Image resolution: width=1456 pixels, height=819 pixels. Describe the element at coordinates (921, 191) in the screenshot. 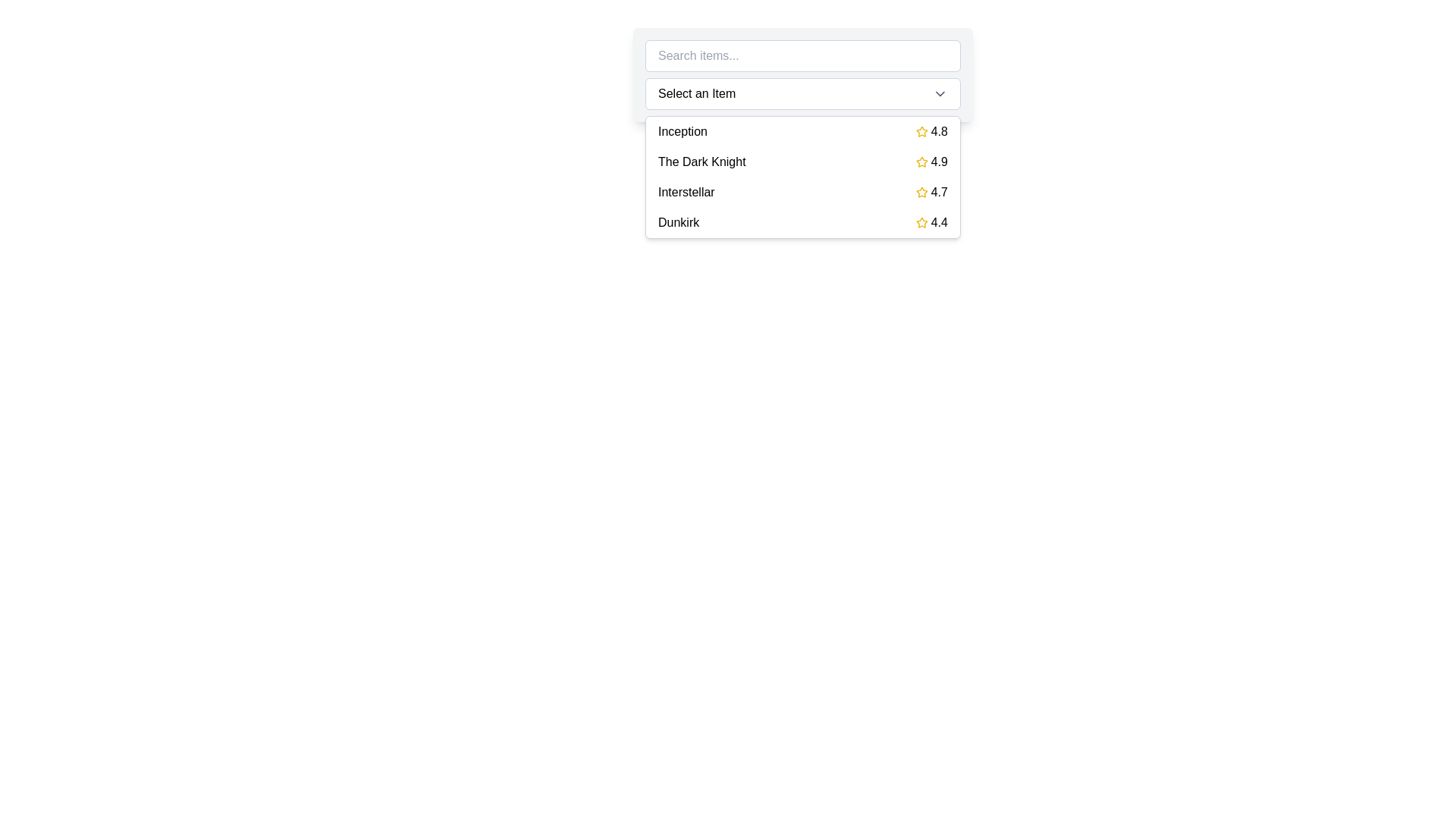

I see `the rating icon located beside the text label 'Interstellar' in the third row of the dropdown list` at that location.